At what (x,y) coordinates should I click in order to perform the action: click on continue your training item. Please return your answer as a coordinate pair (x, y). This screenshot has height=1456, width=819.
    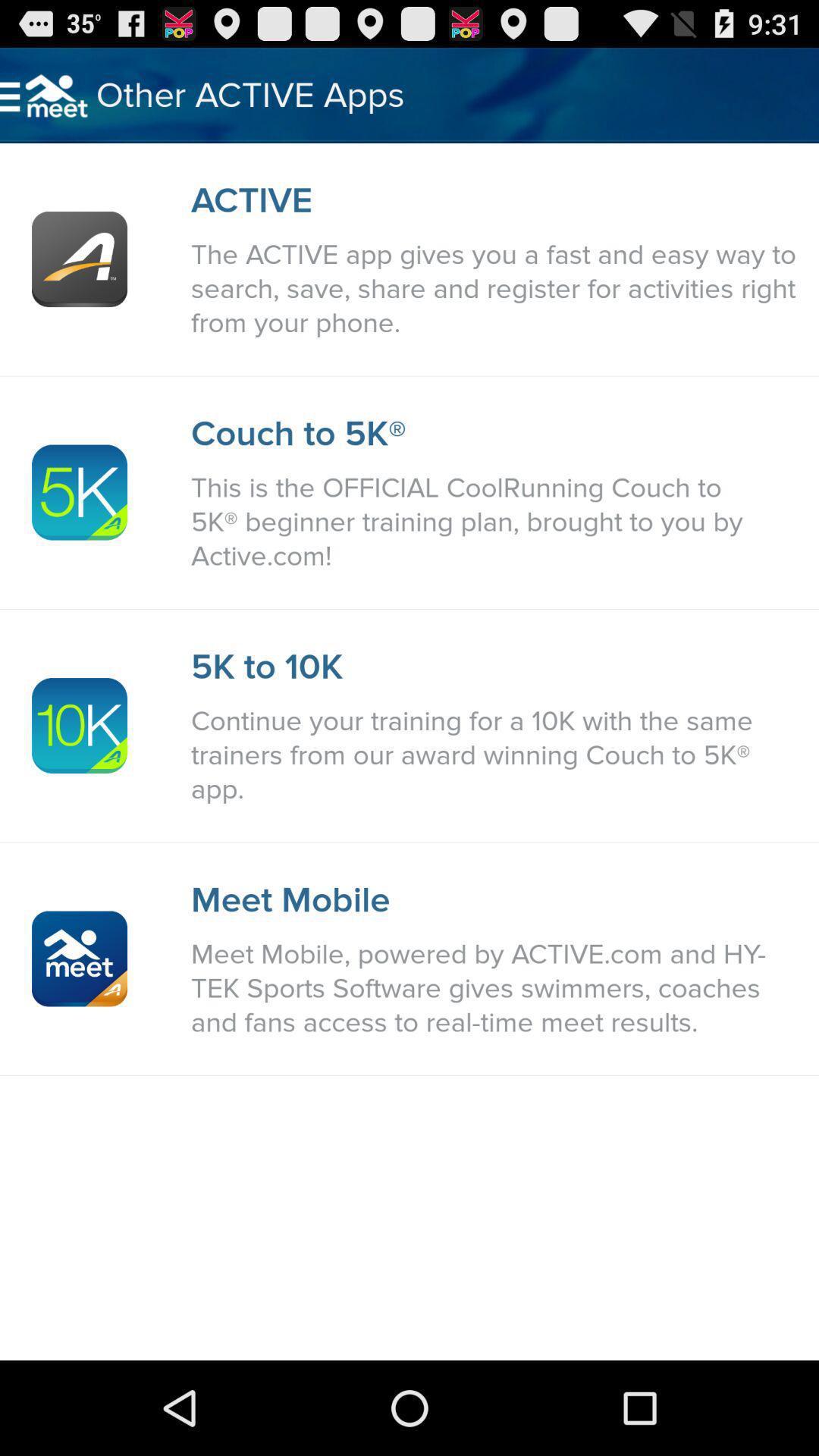
    Looking at the image, I should click on (497, 755).